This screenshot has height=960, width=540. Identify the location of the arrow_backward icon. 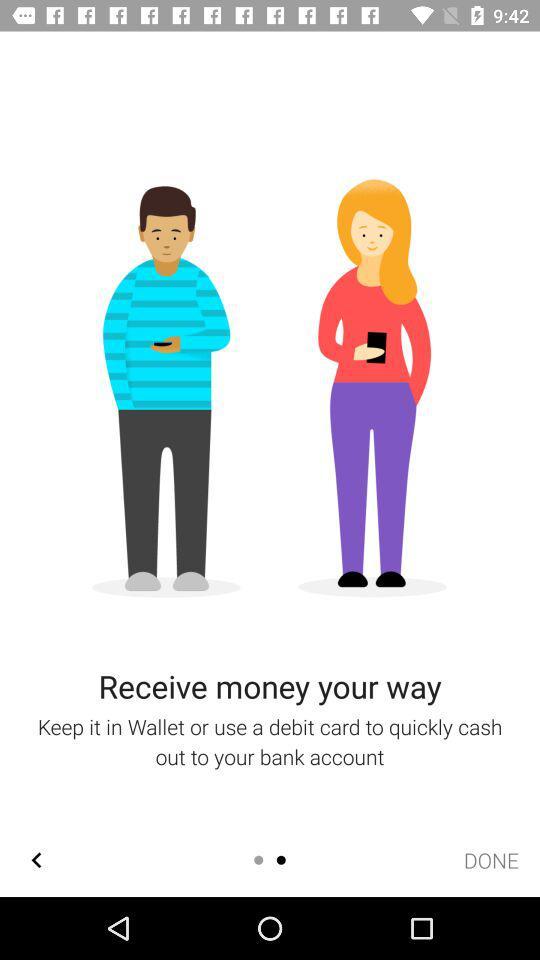
(36, 859).